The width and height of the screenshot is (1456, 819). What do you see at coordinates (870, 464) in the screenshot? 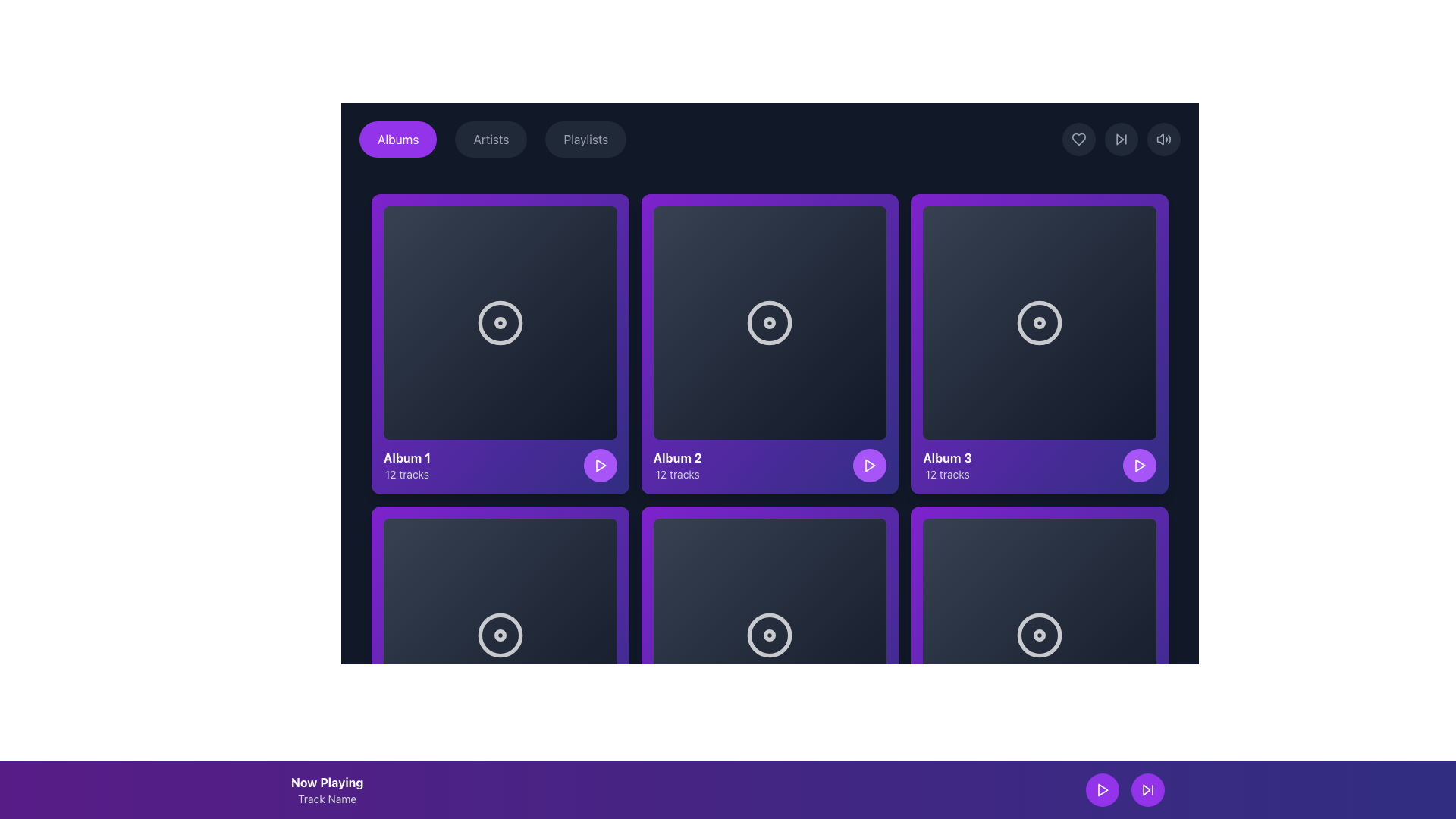
I see `the play button located in the 'Album 2' section, positioned to the far right of the album card, directly below the album image` at bounding box center [870, 464].